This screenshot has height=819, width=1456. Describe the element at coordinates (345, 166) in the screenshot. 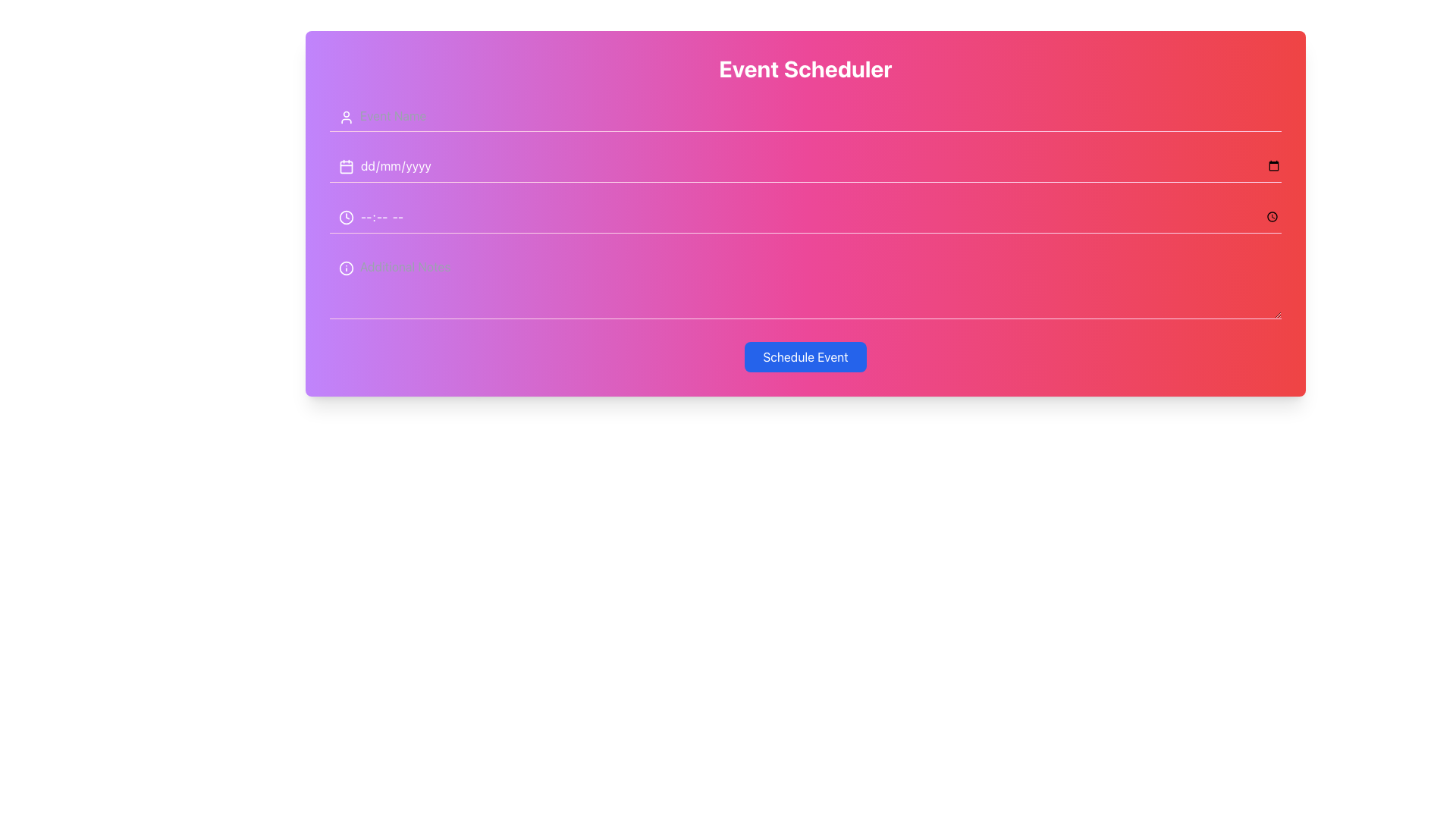

I see `the SVG shape that is part of the calendar icon, located to the left of the 'dd/mm/yyyy' placeholder input field` at that location.